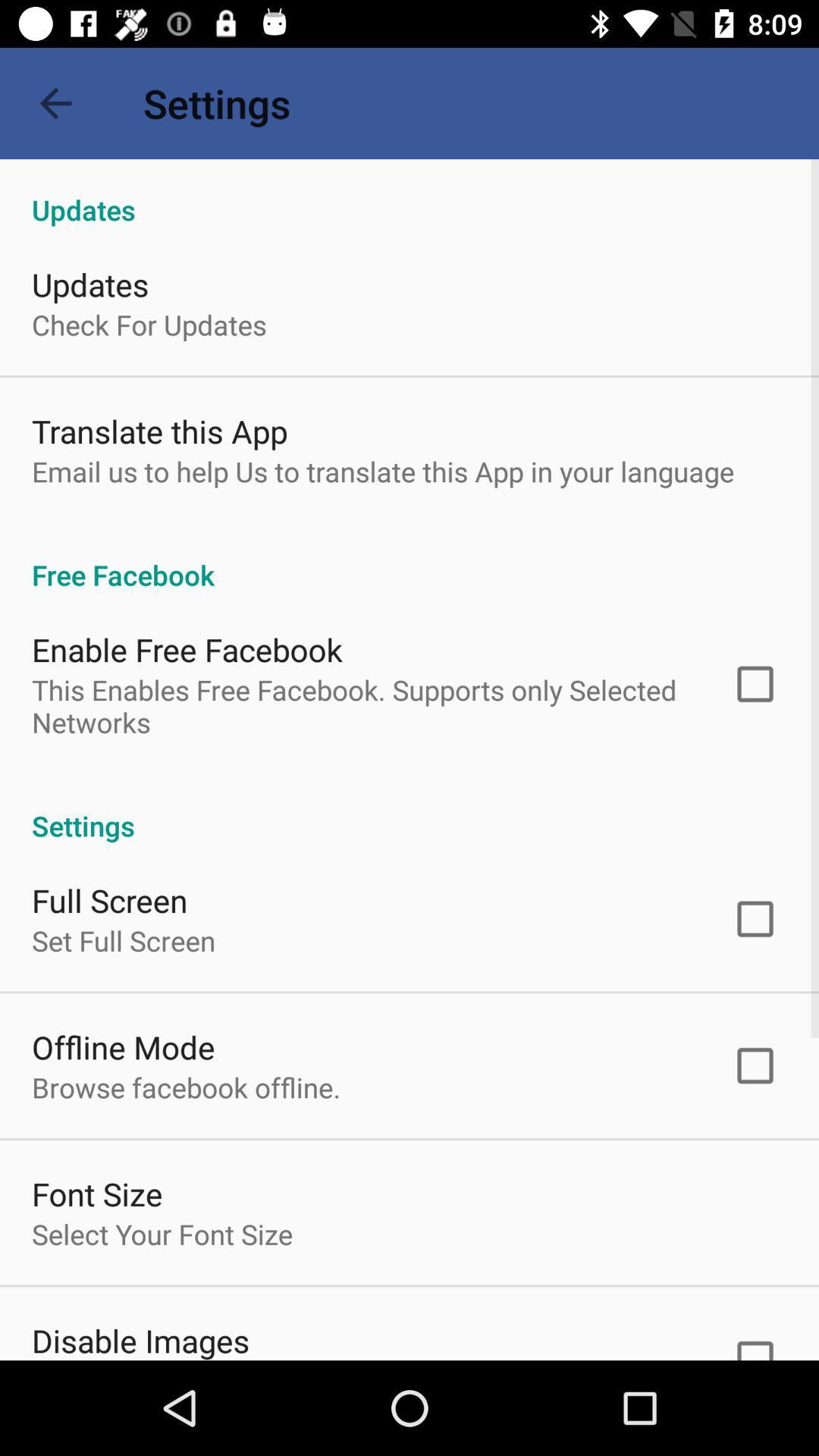  Describe the element at coordinates (382, 470) in the screenshot. I see `email us to app` at that location.